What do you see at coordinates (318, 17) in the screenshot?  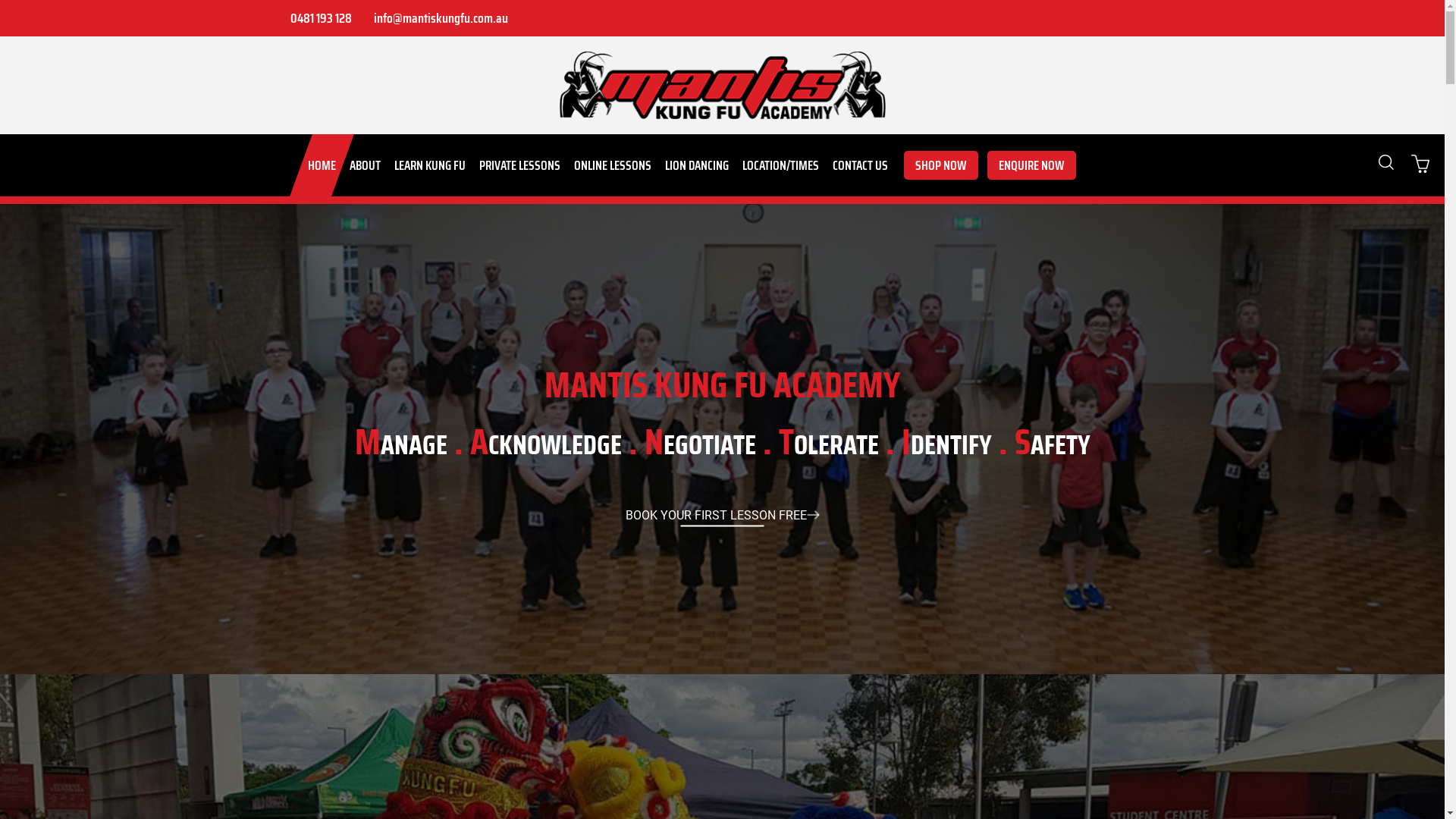 I see `'0481 193 128'` at bounding box center [318, 17].